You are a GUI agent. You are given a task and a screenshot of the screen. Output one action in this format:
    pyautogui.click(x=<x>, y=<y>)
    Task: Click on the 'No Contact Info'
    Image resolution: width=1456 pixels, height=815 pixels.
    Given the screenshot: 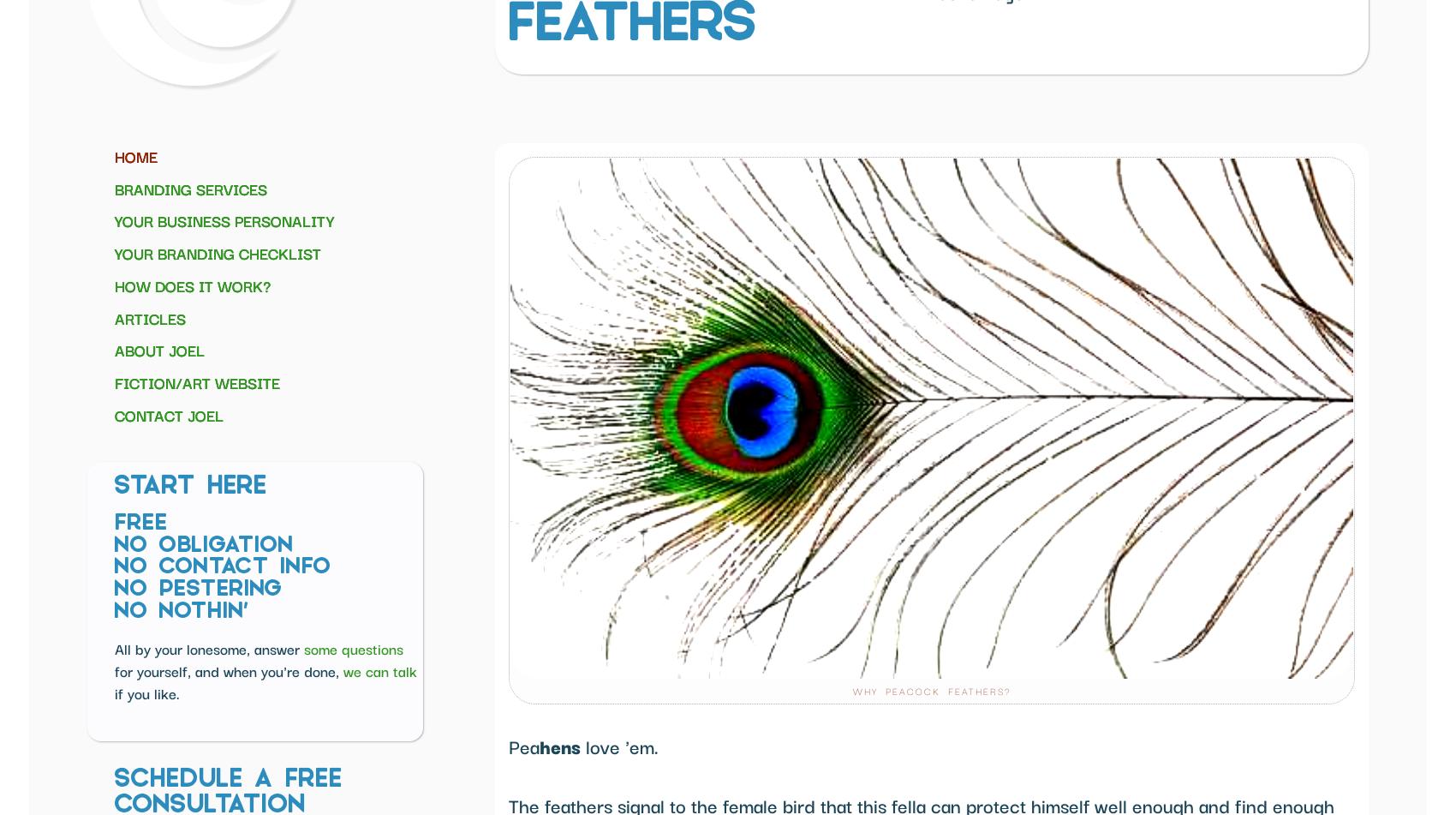 What is the action you would take?
    pyautogui.click(x=223, y=567)
    